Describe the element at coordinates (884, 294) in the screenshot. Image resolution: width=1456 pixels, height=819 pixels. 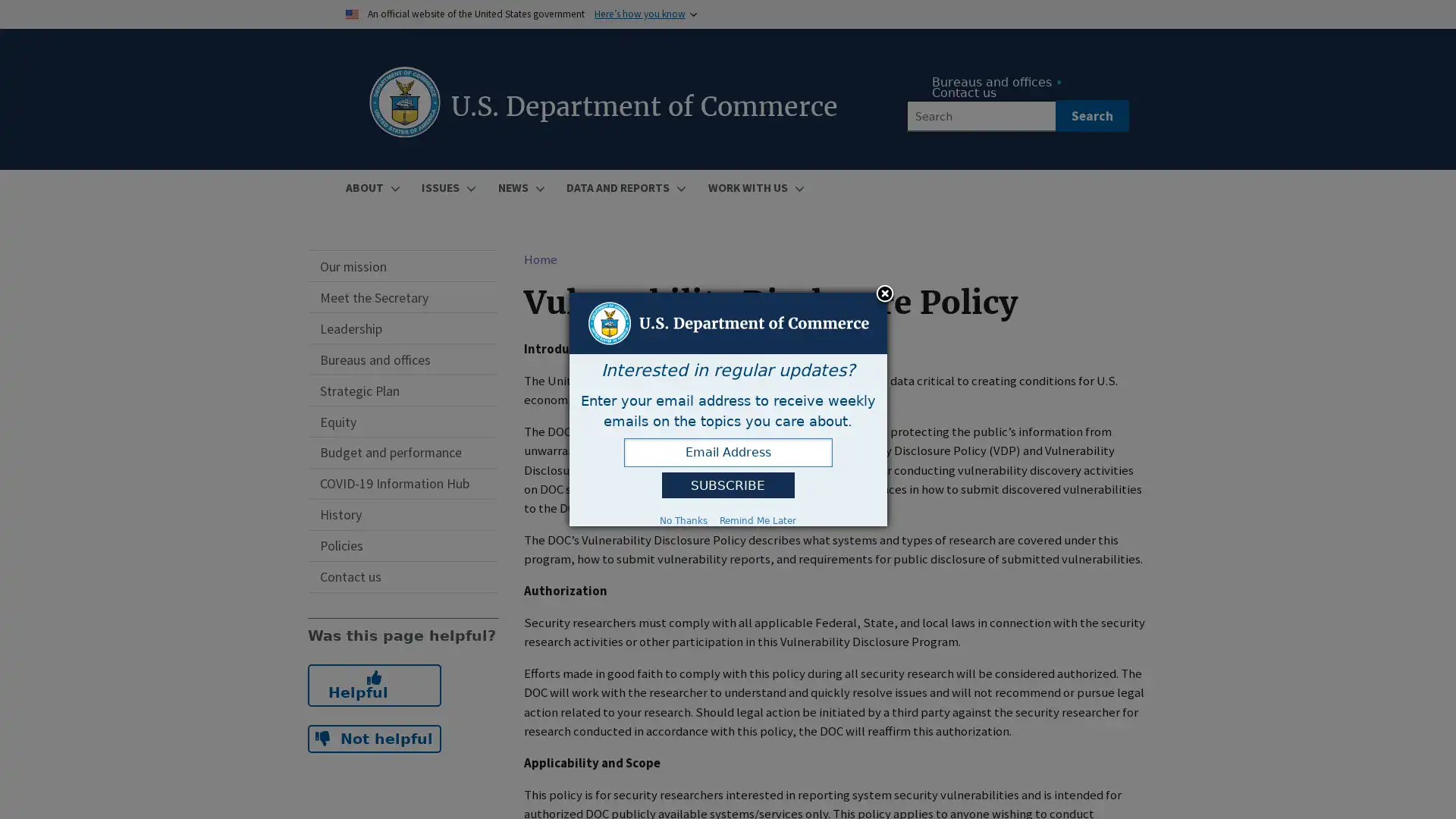
I see `Close subscription dialog` at that location.